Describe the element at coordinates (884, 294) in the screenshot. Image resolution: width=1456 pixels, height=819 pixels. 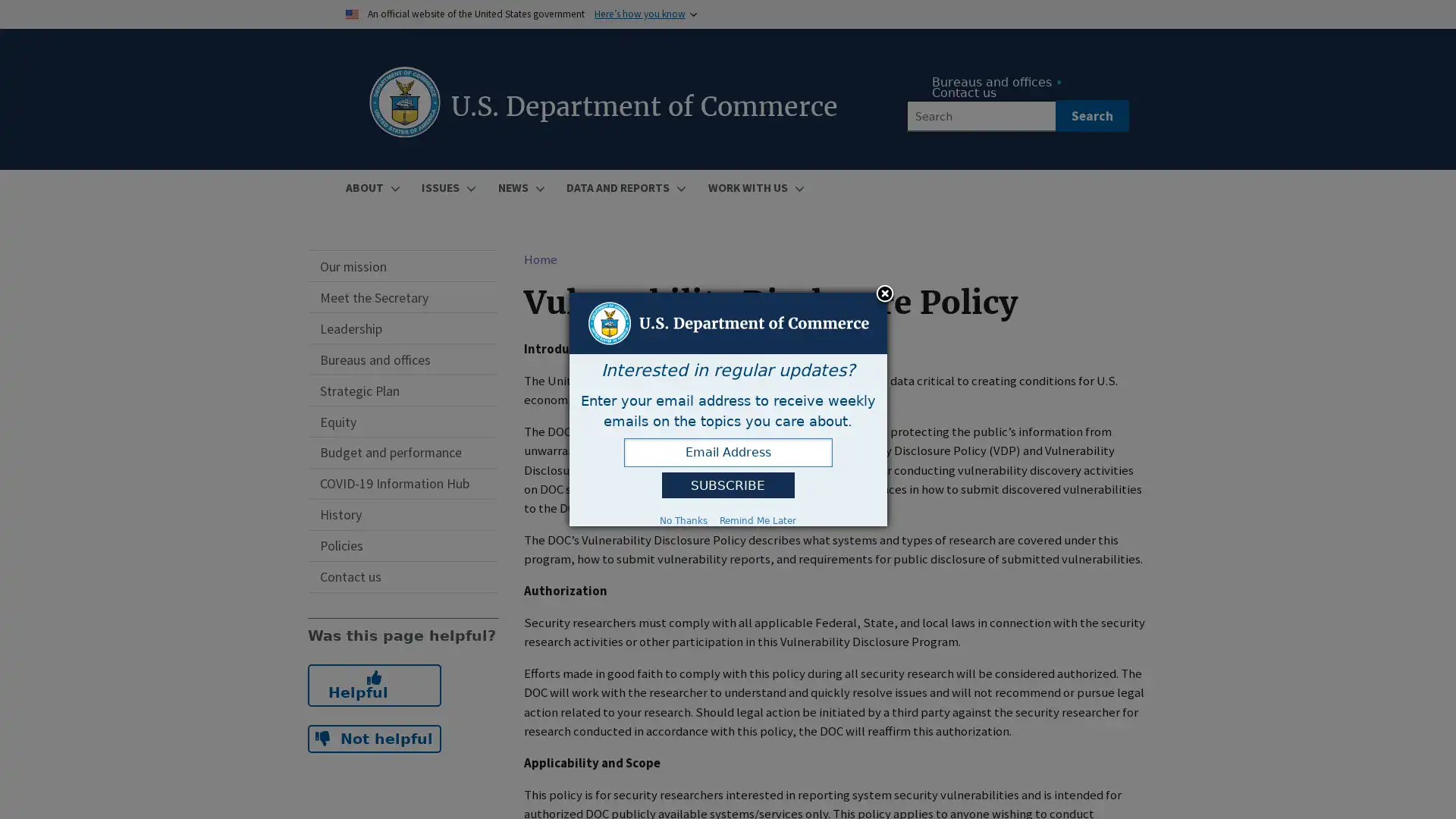
I see `Close subscription dialog` at that location.